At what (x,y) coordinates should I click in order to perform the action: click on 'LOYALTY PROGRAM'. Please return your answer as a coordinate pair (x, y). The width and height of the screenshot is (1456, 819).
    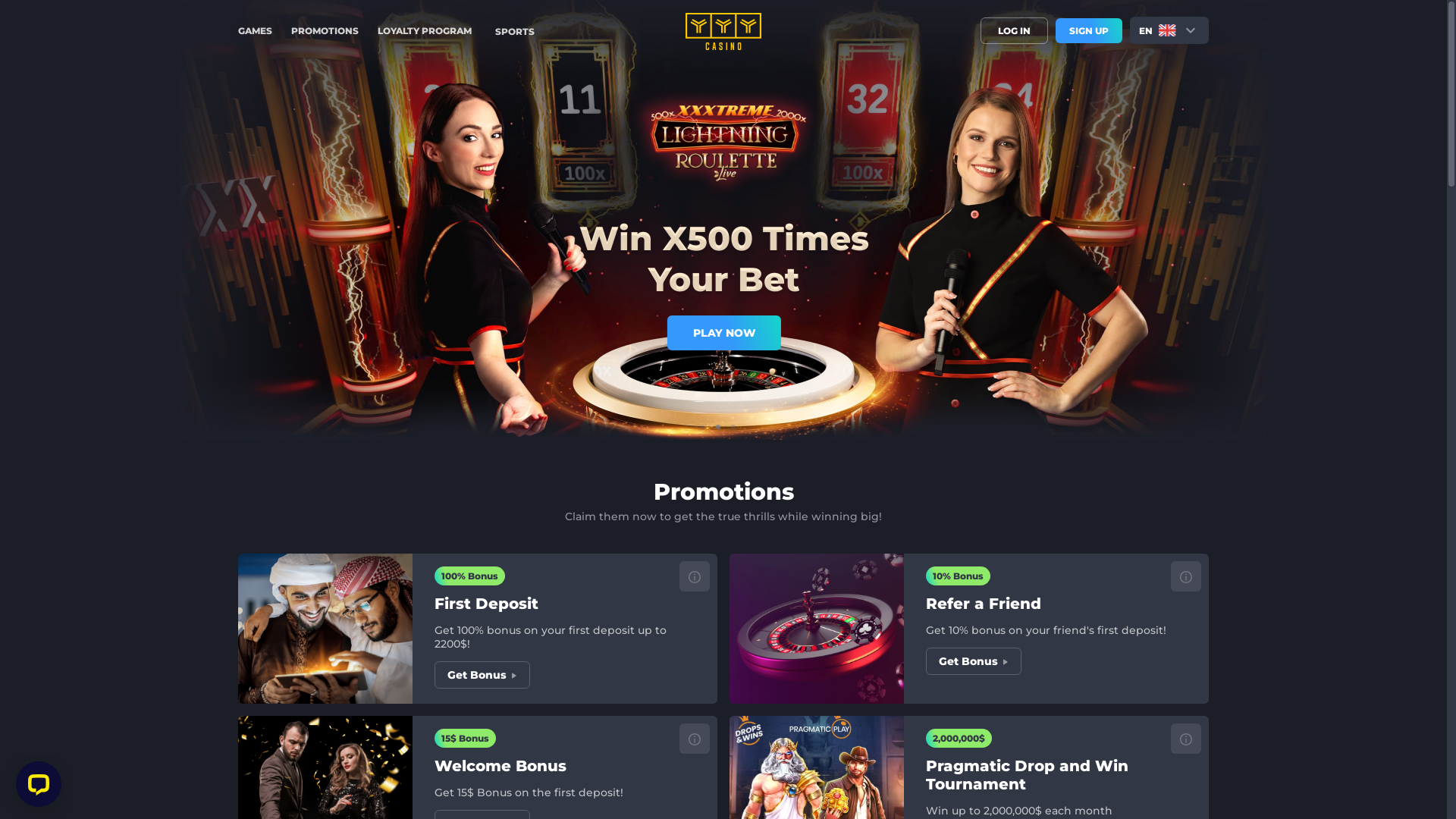
    Looking at the image, I should click on (425, 30).